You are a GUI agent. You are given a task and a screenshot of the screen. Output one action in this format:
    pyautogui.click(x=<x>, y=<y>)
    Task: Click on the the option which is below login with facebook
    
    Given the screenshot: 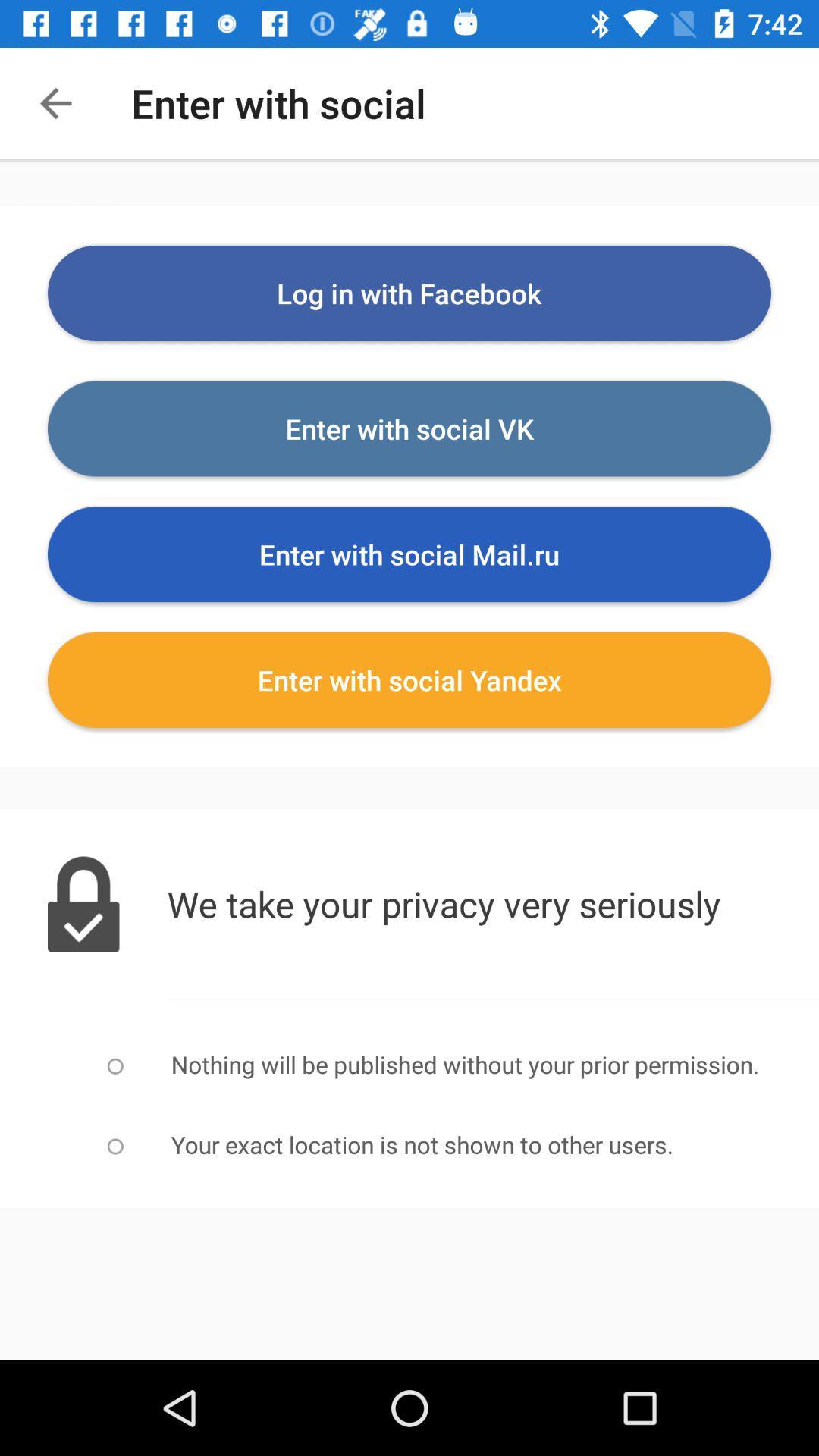 What is the action you would take?
    pyautogui.click(x=409, y=428)
    